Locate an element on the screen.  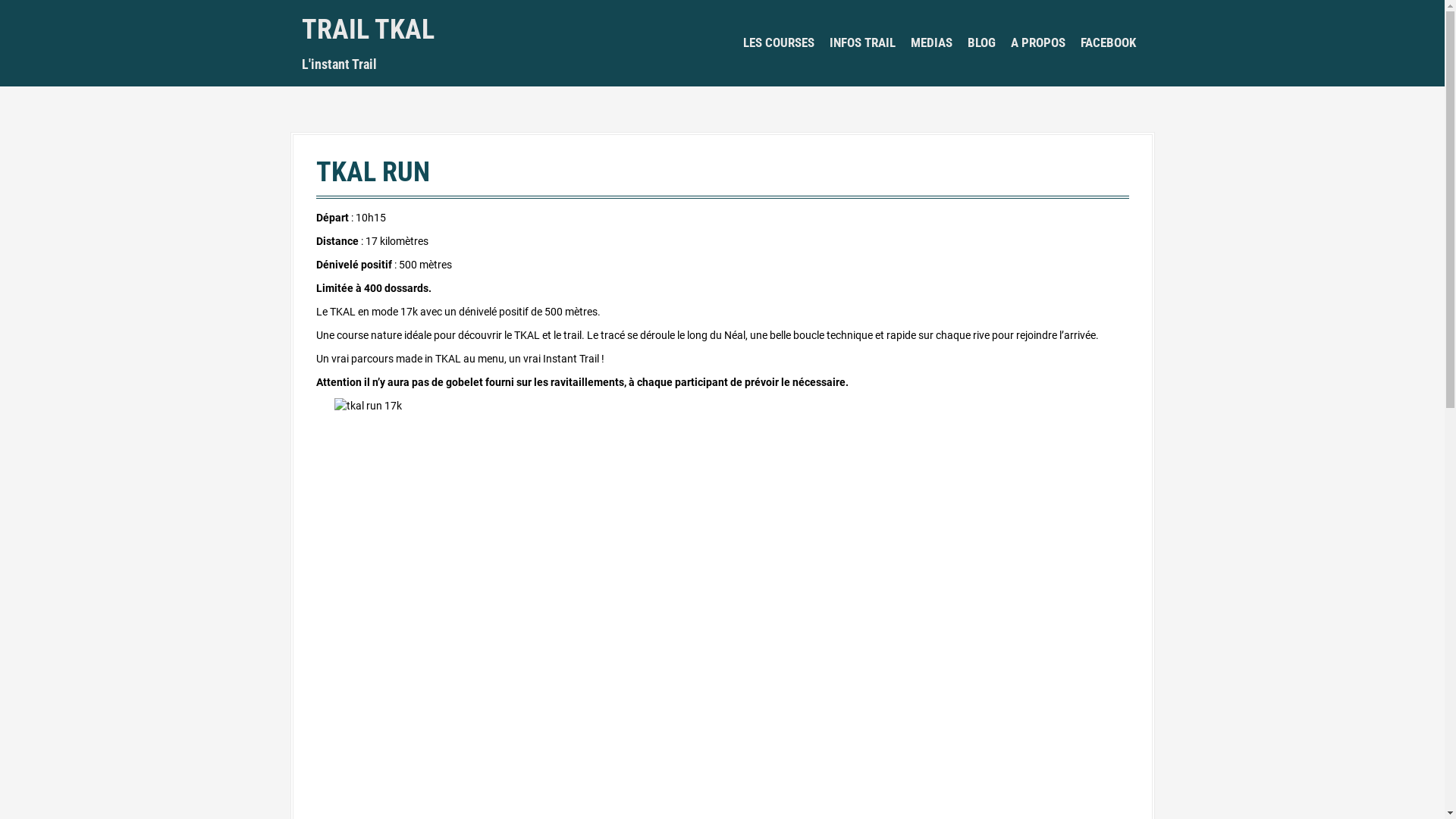
'TRAIL TKAL' is located at coordinates (368, 29).